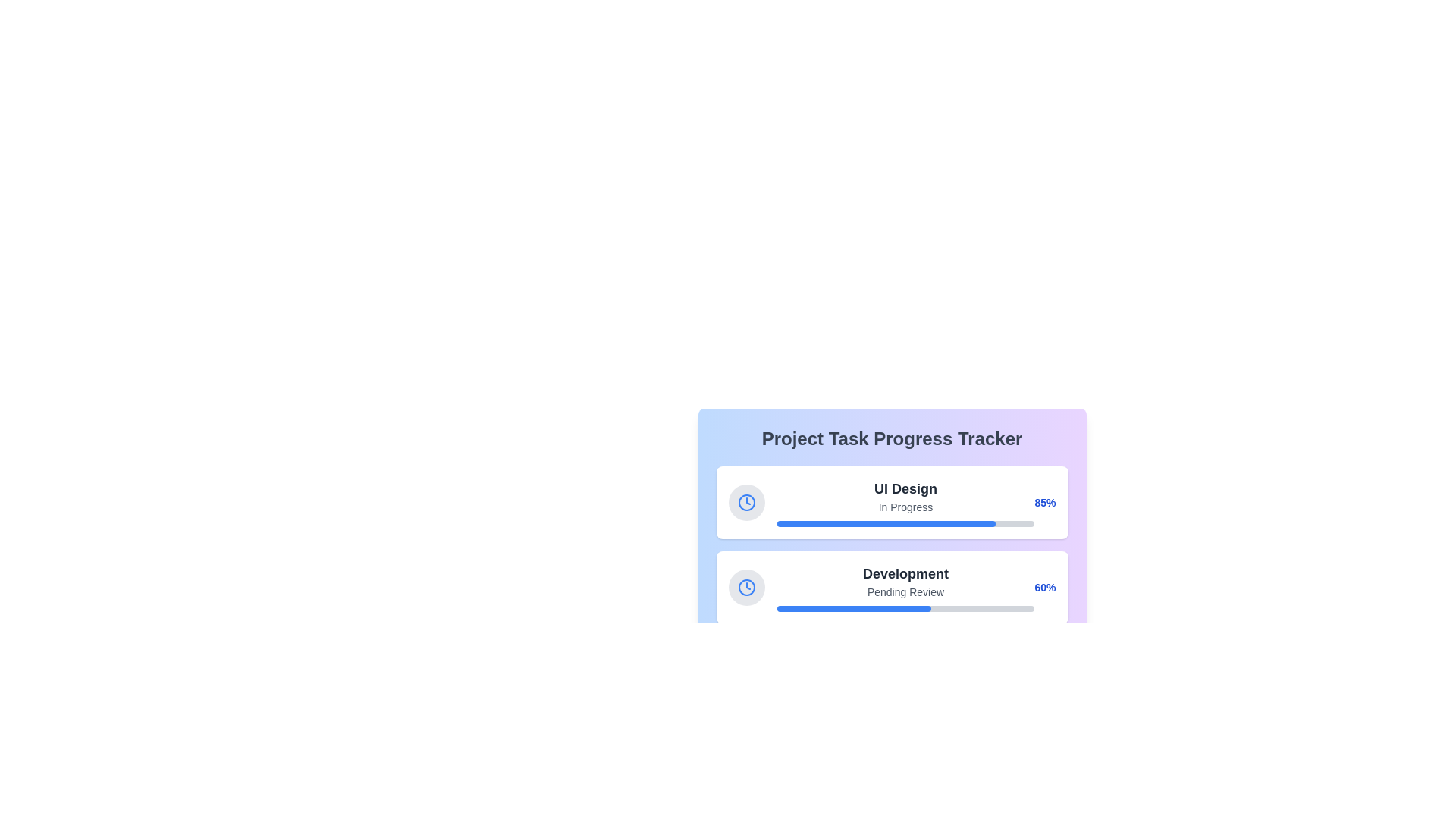 The width and height of the screenshot is (1456, 819). What do you see at coordinates (905, 507) in the screenshot?
I see `the text label displaying 'In Progress' located beneath the primary label 'UI Design' in the progress tracker card` at bounding box center [905, 507].